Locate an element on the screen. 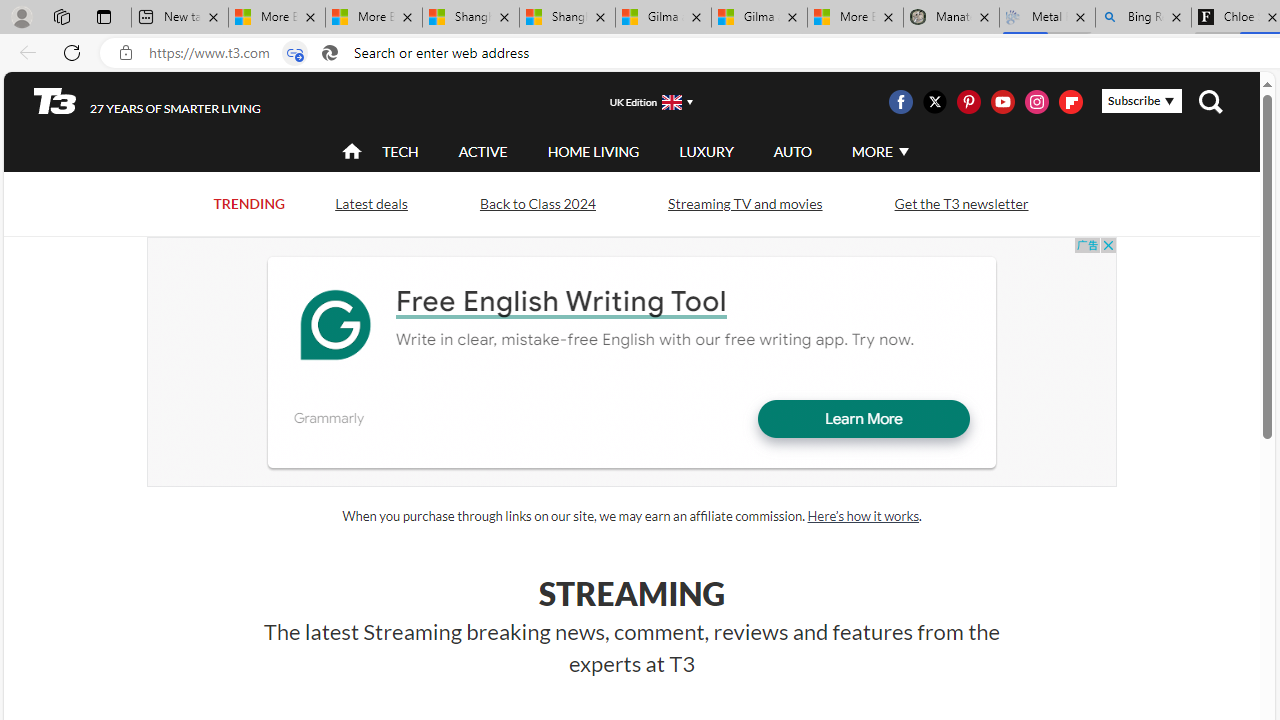 The height and width of the screenshot is (720, 1280). 'Class: icon-svg' is located at coordinates (1069, 101).